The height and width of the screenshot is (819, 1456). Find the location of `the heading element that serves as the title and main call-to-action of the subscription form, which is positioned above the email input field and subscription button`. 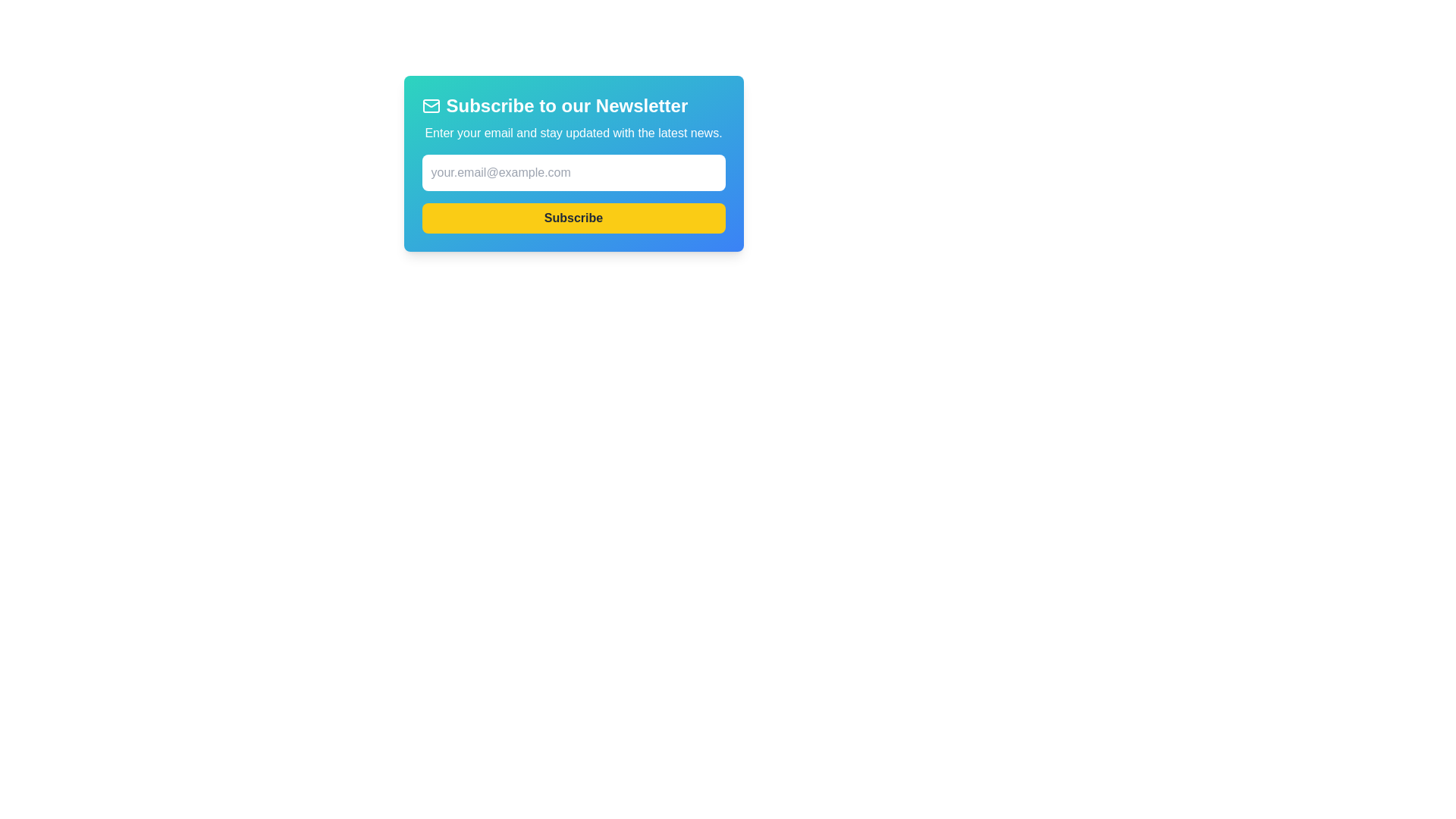

the heading element that serves as the title and main call-to-action of the subscription form, which is positioned above the email input field and subscription button is located at coordinates (573, 105).